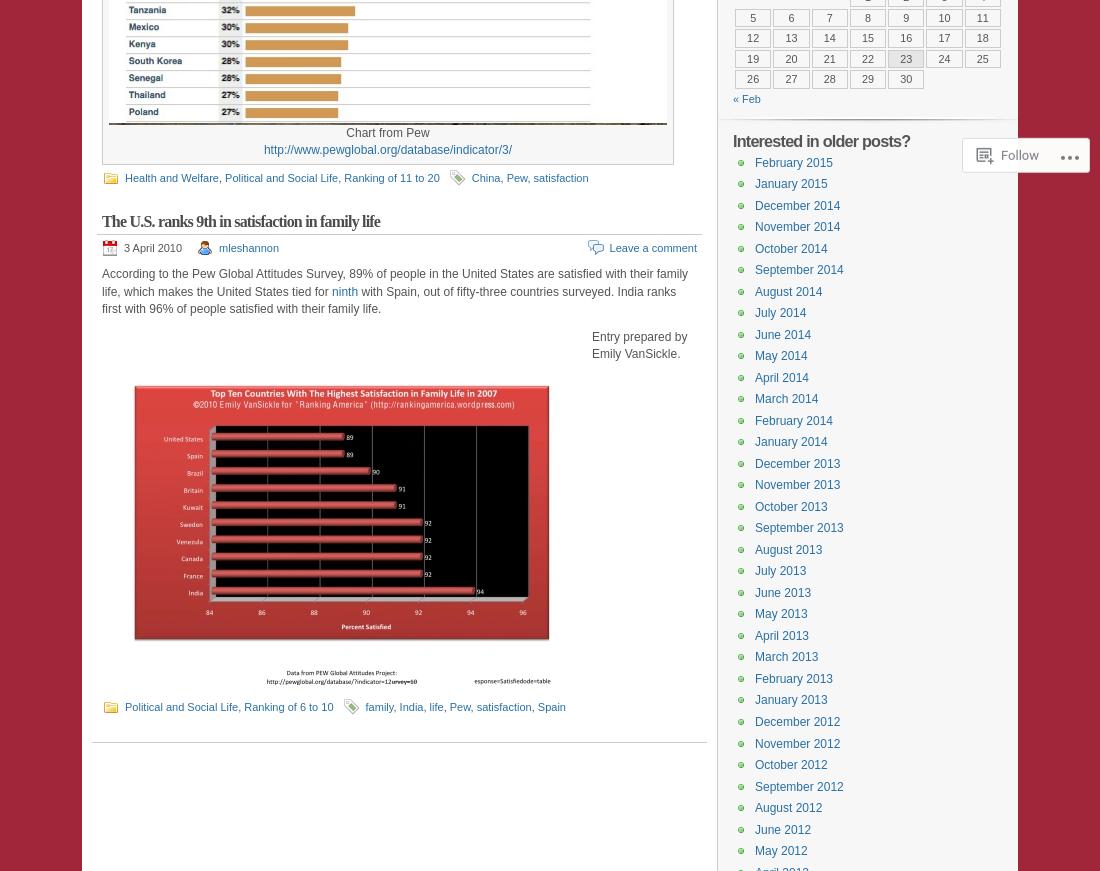 The width and height of the screenshot is (1100, 871). What do you see at coordinates (751, 36) in the screenshot?
I see `'12'` at bounding box center [751, 36].